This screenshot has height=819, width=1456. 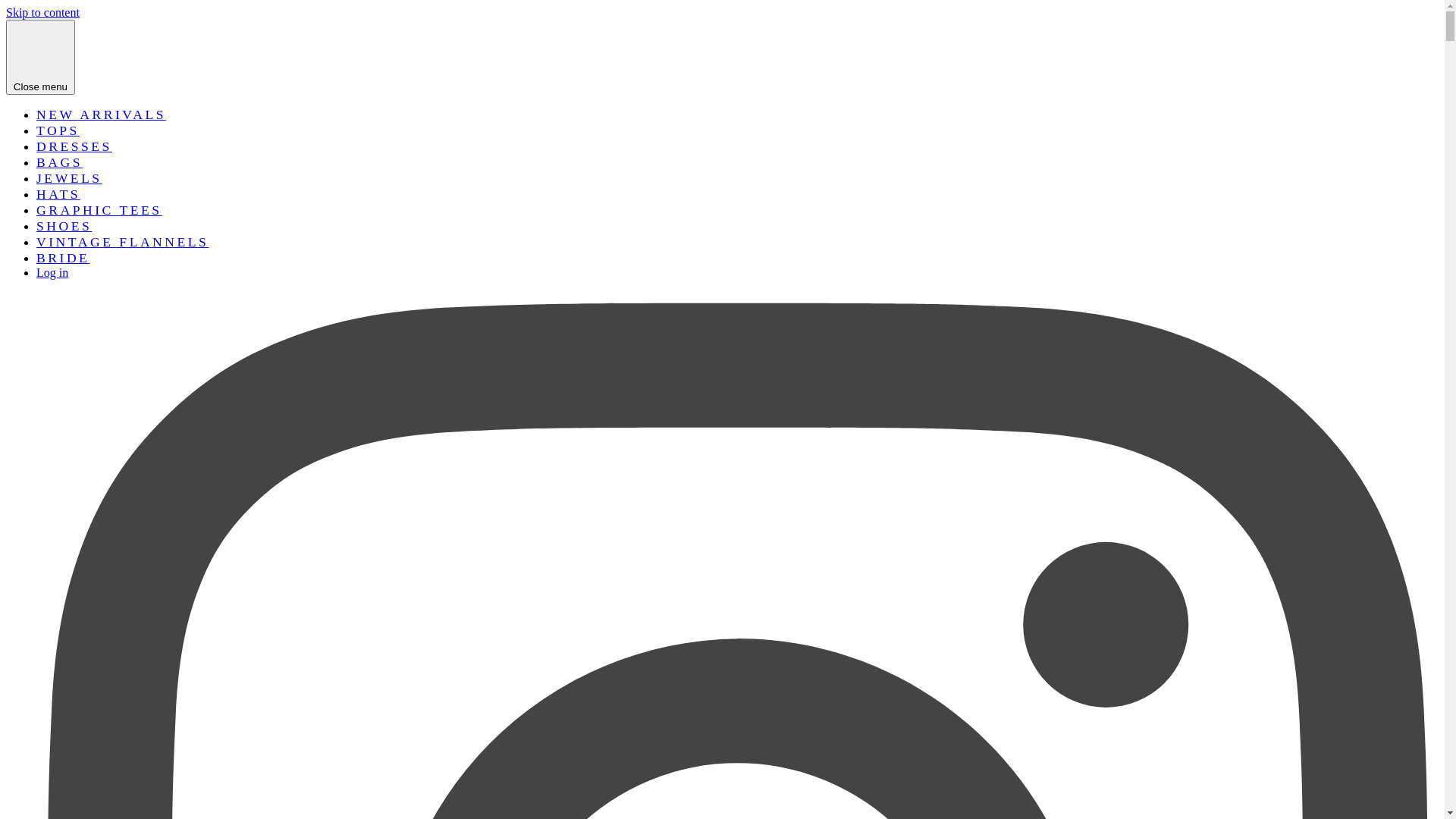 I want to click on 'Close menu', so click(x=40, y=56).